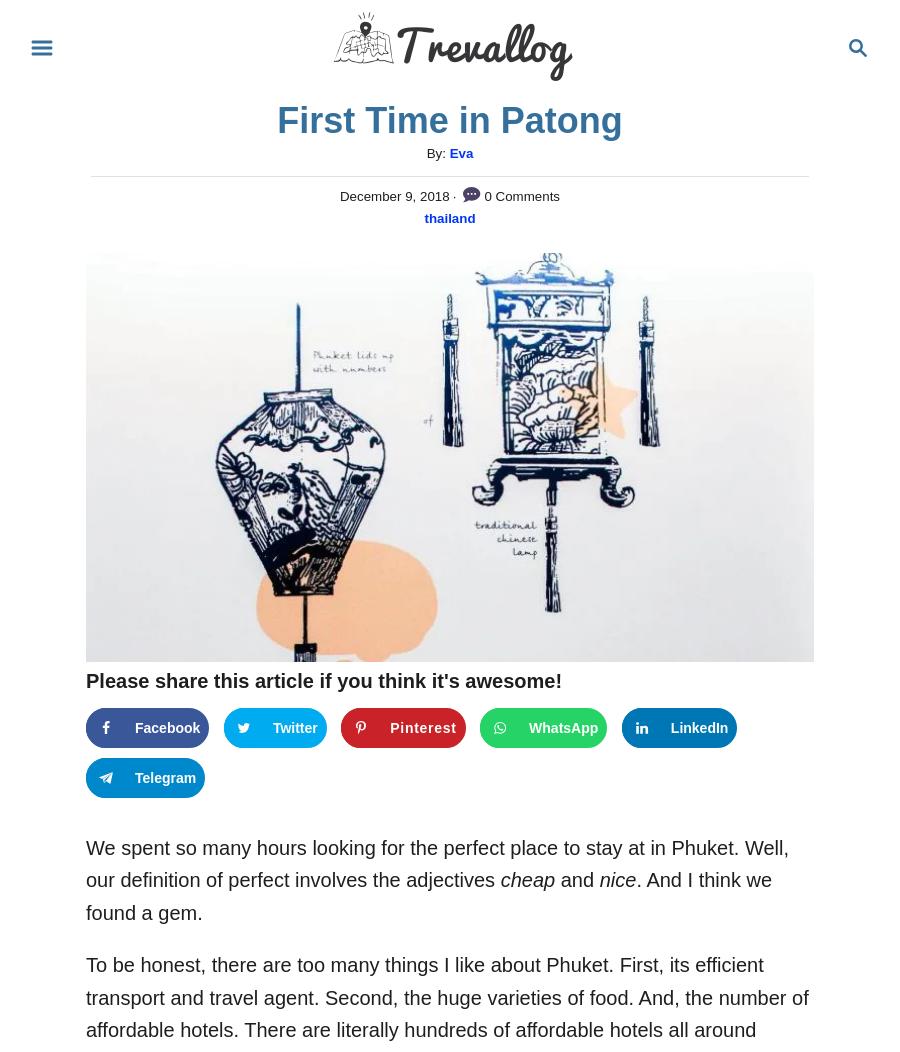  I want to click on '0 Comments', so click(478, 196).